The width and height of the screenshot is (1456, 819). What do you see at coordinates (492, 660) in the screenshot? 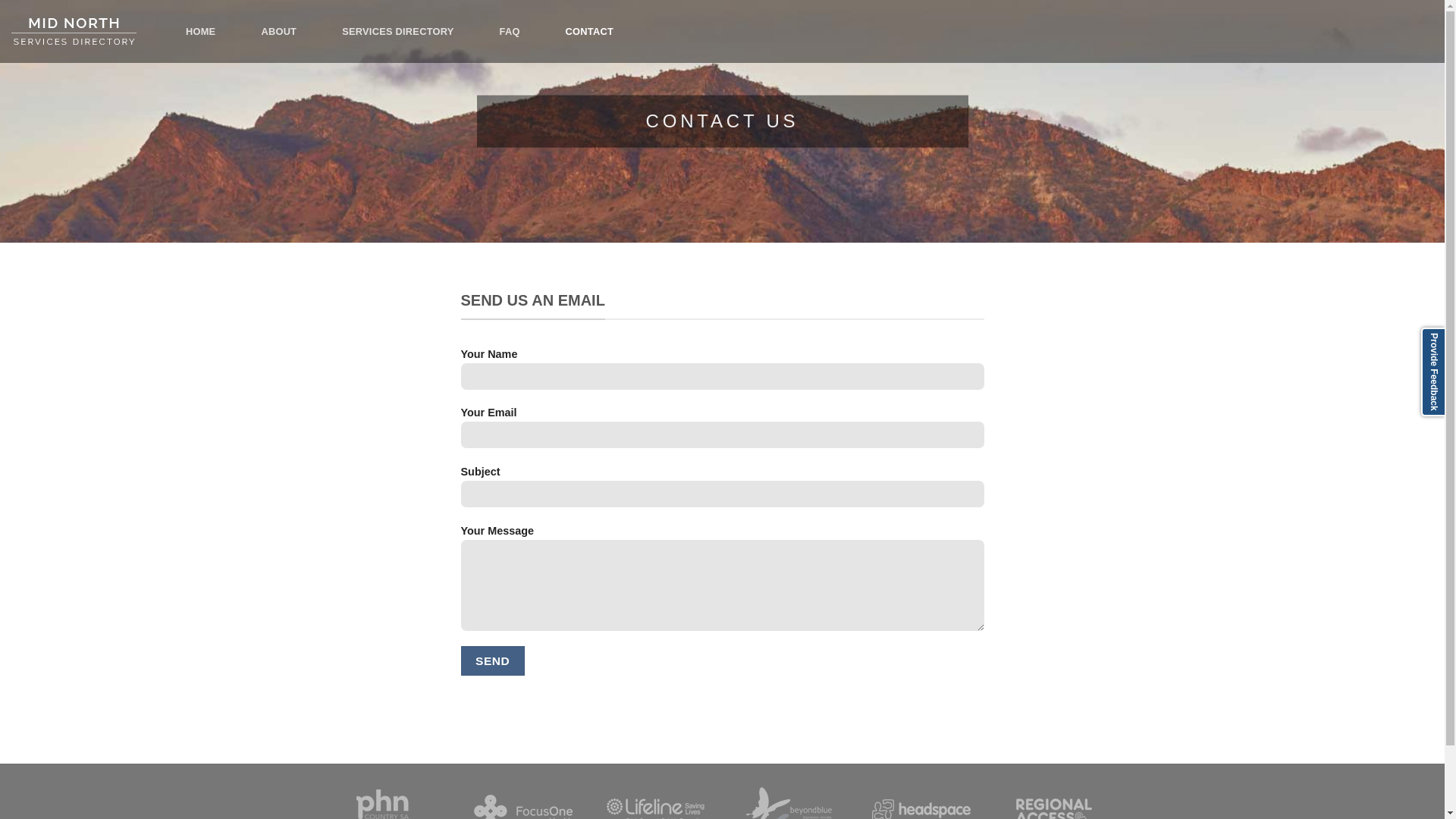
I see `'Send'` at bounding box center [492, 660].